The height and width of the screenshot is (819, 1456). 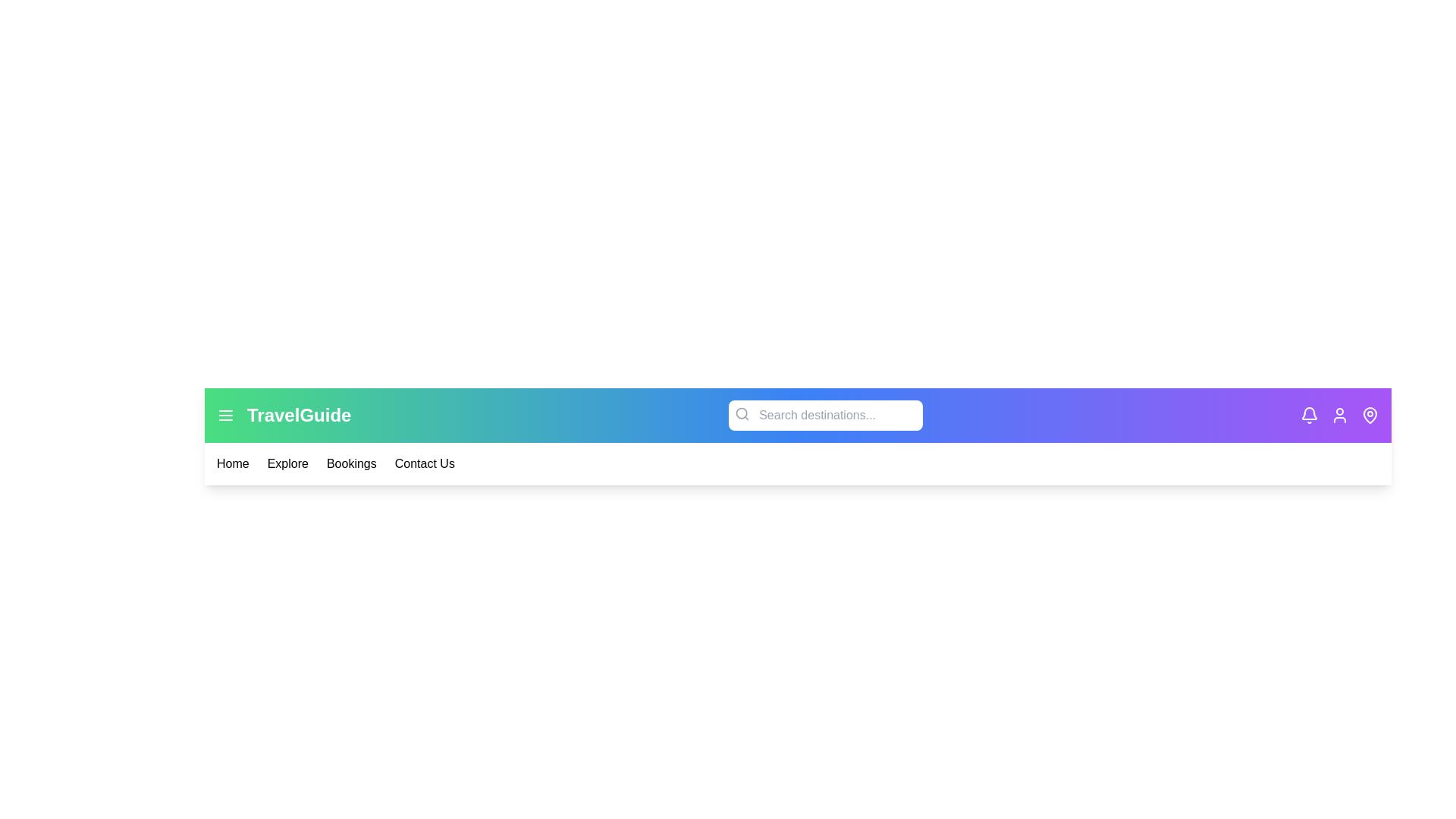 What do you see at coordinates (1339, 415) in the screenshot?
I see `the user icon to open the user profile or settings` at bounding box center [1339, 415].